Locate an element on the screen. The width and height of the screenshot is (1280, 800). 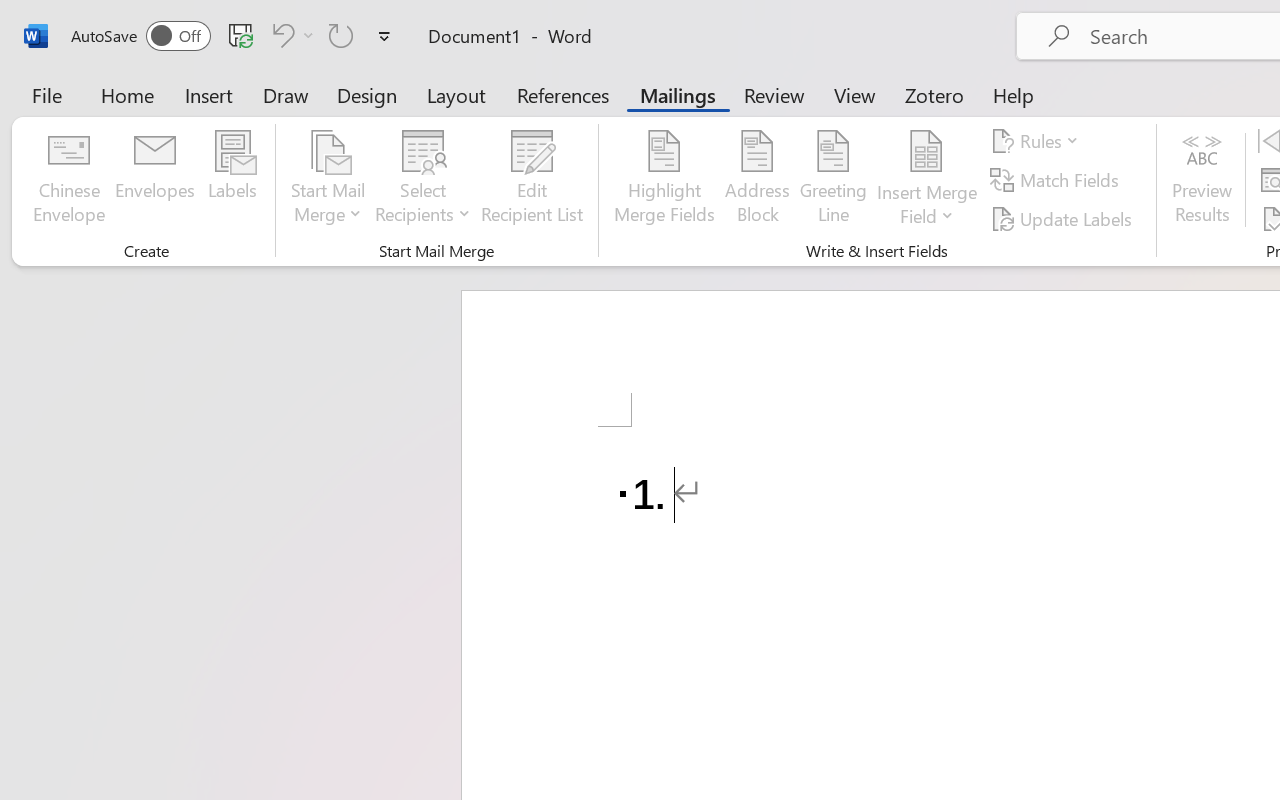
'Chinese Envelope...' is located at coordinates (69, 179).